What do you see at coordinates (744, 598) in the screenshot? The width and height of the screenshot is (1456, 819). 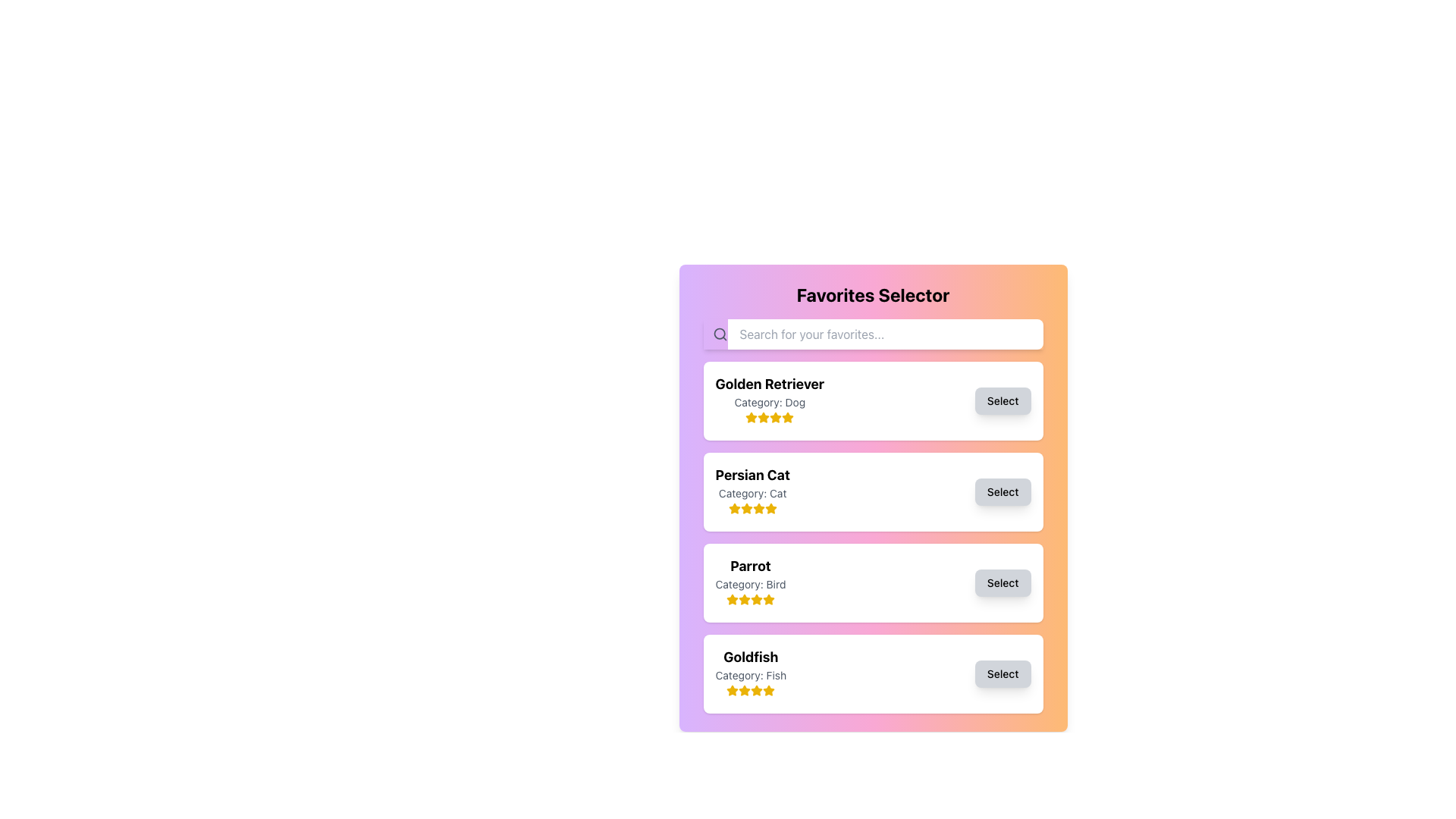 I see `the second star icon in the rating group for the 'Parrot' item to interact with the rating display` at bounding box center [744, 598].